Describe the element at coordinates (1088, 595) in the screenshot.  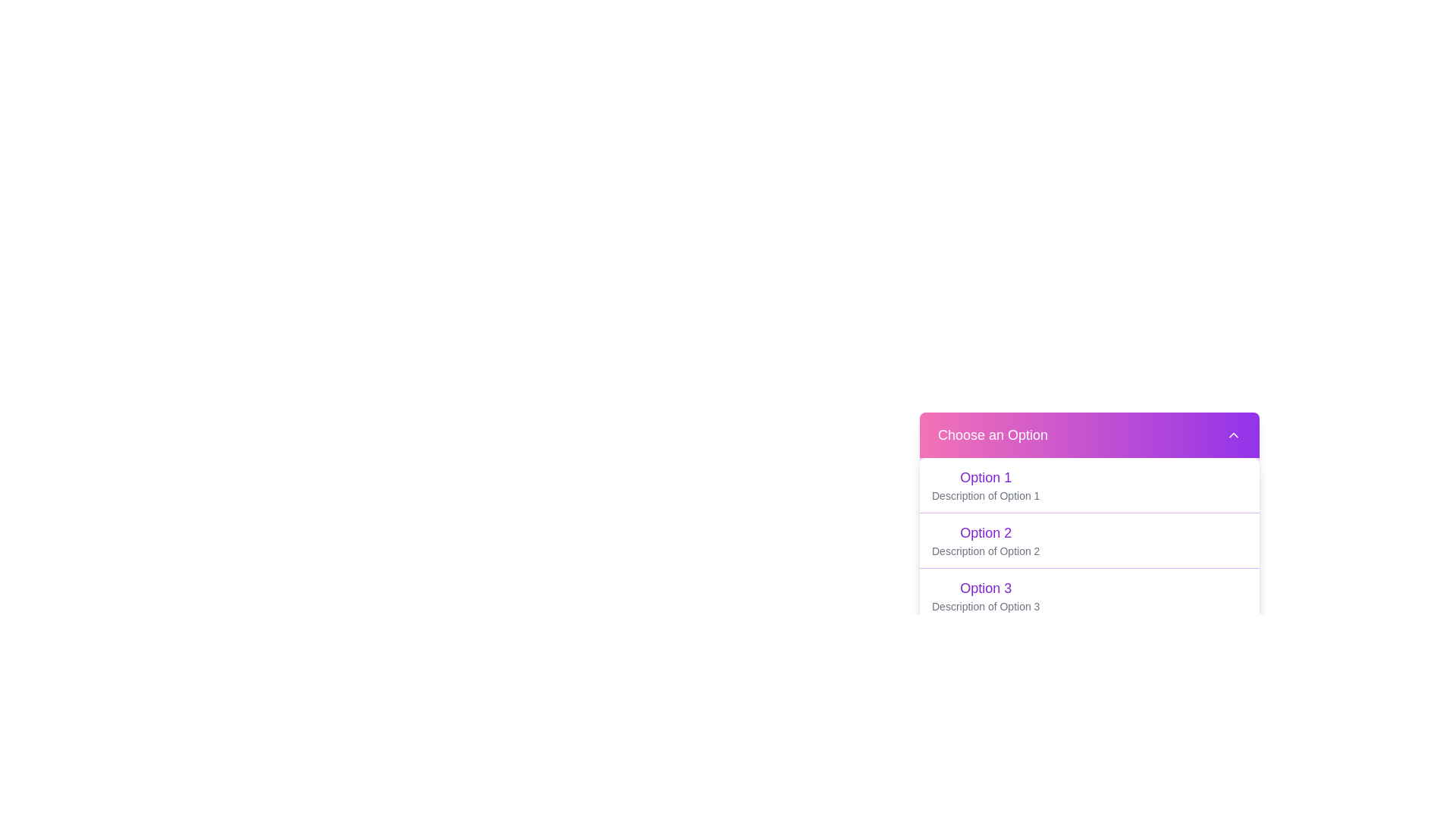
I see `the List item in the dropdown menu labeled 'Option 3'` at that location.